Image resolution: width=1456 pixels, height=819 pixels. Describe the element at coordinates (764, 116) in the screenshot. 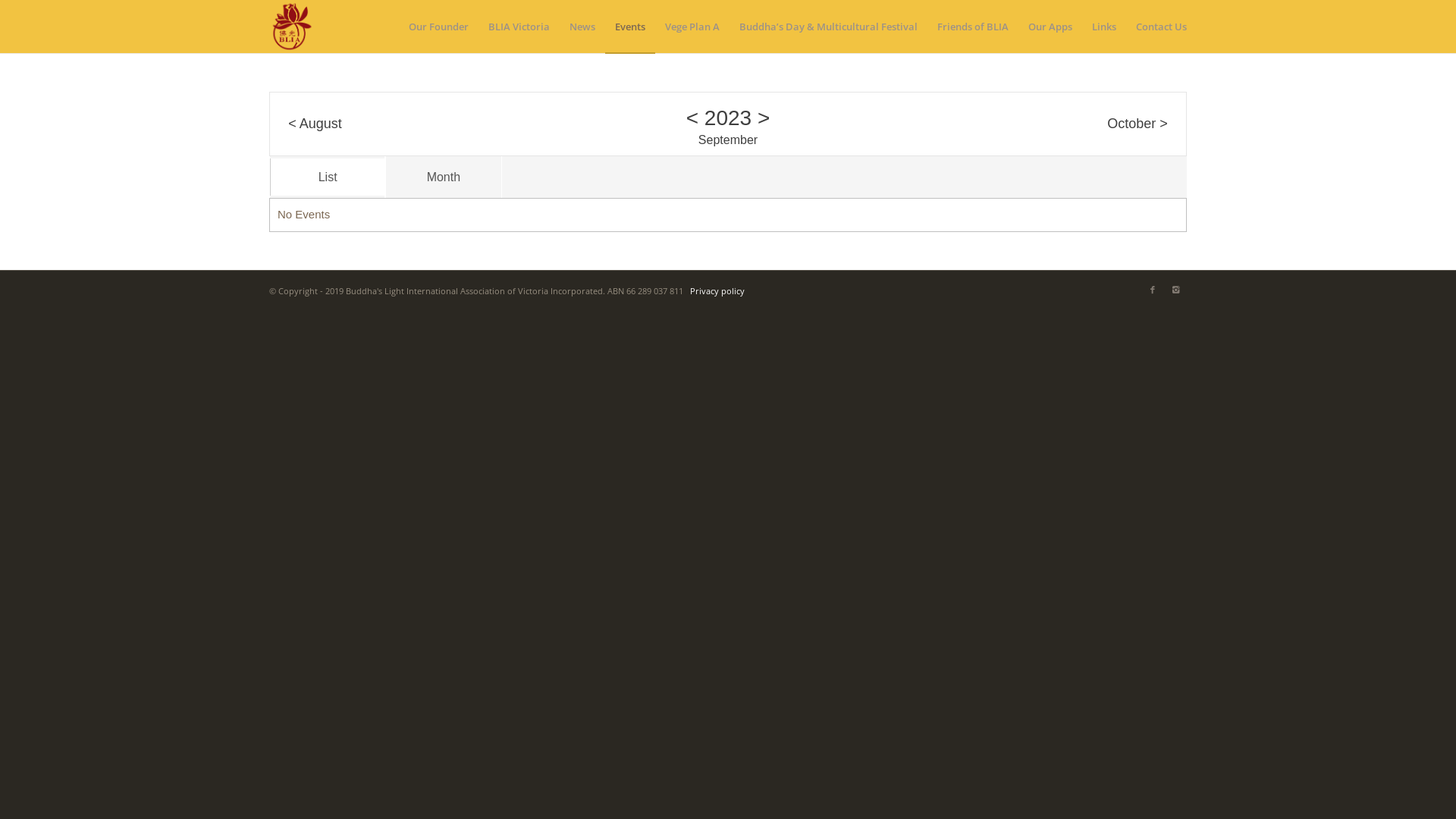

I see `'>'` at that location.